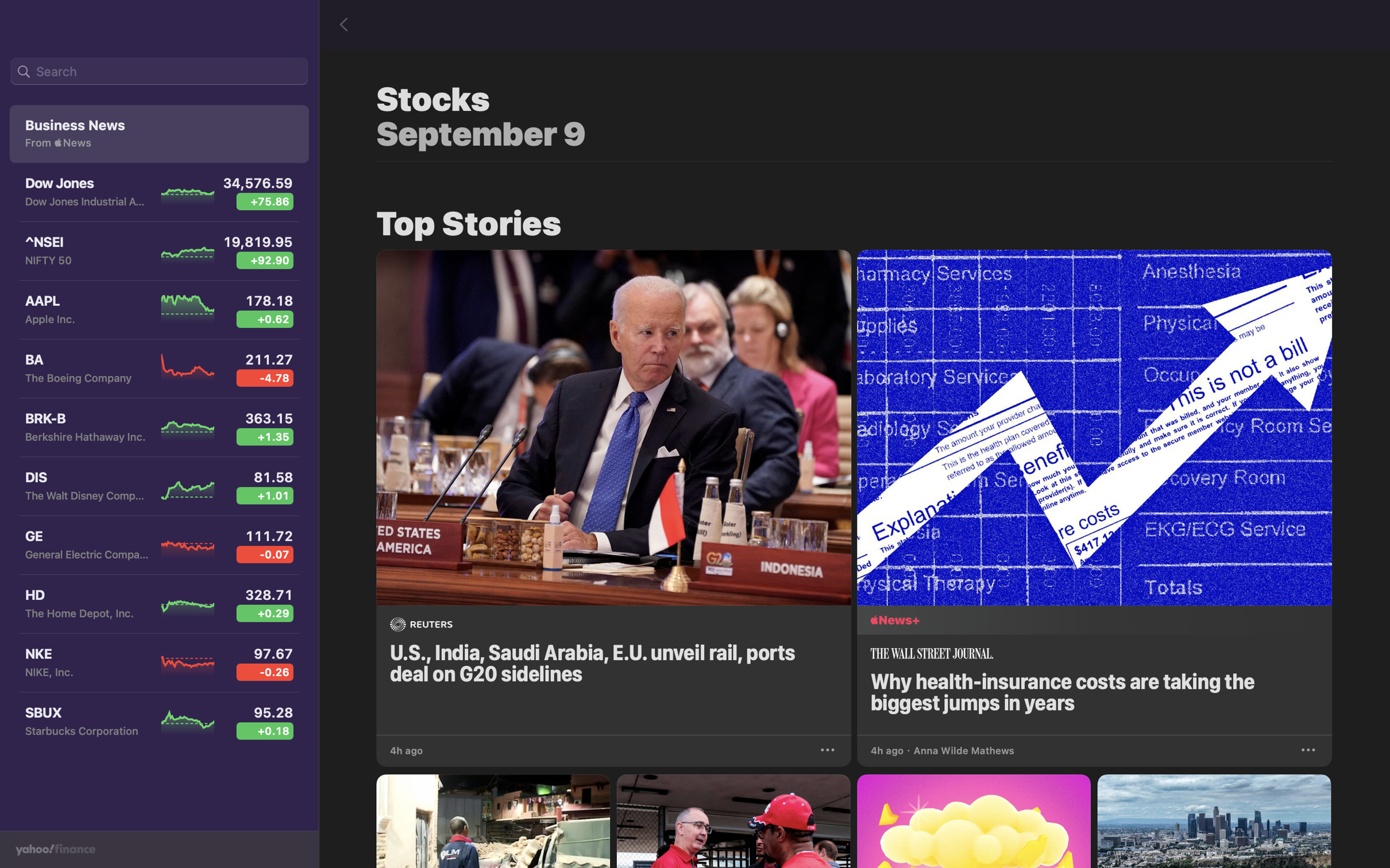 Image resolution: width=1390 pixels, height=868 pixels. What do you see at coordinates (159, 72) in the screenshot?
I see `Look up the stock for "Starbucks Corporation" using the search bar` at bounding box center [159, 72].